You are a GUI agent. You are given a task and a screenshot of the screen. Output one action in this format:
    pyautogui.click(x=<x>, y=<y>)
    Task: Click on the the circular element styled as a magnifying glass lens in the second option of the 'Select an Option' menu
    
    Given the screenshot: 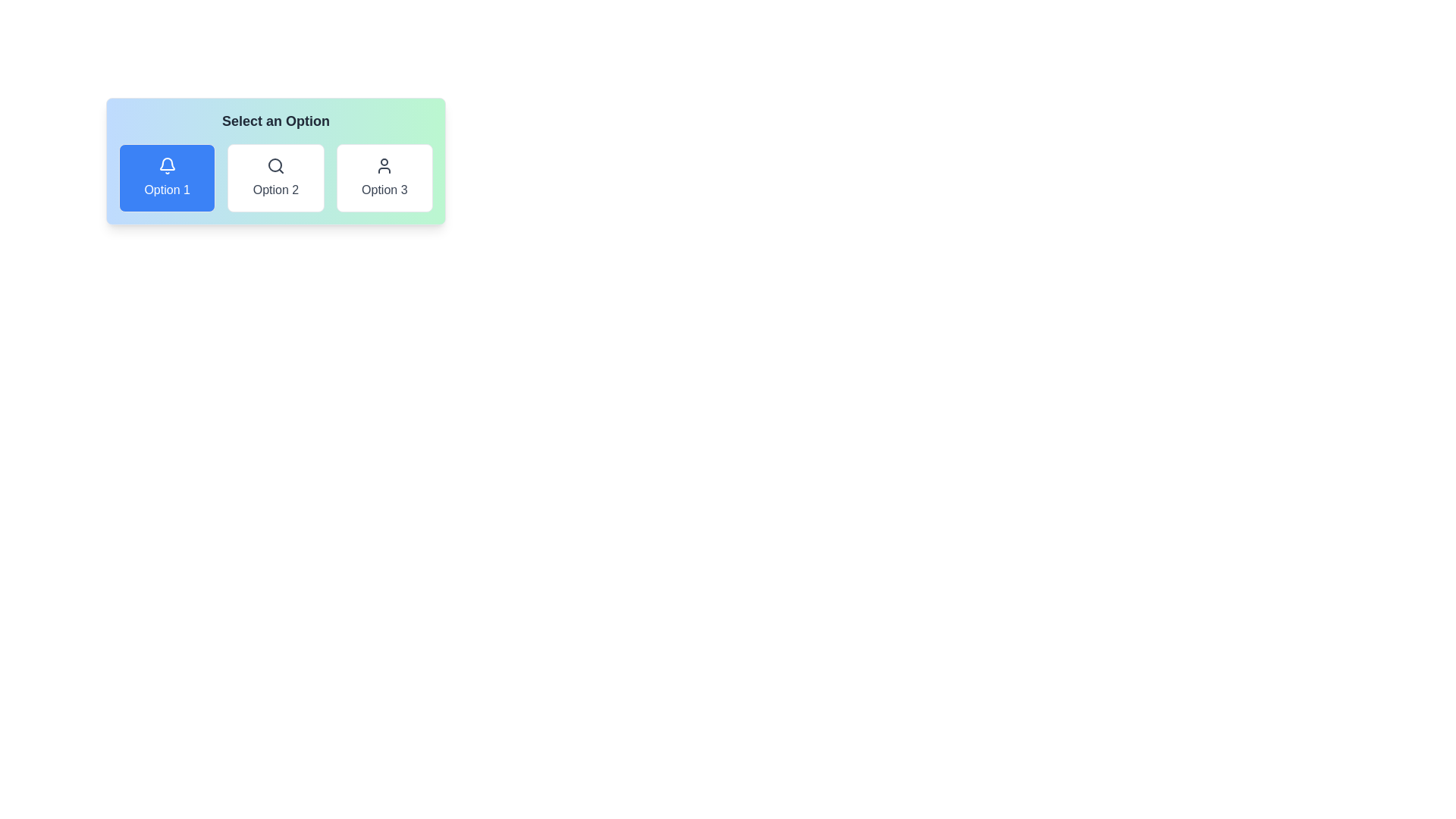 What is the action you would take?
    pyautogui.click(x=275, y=165)
    